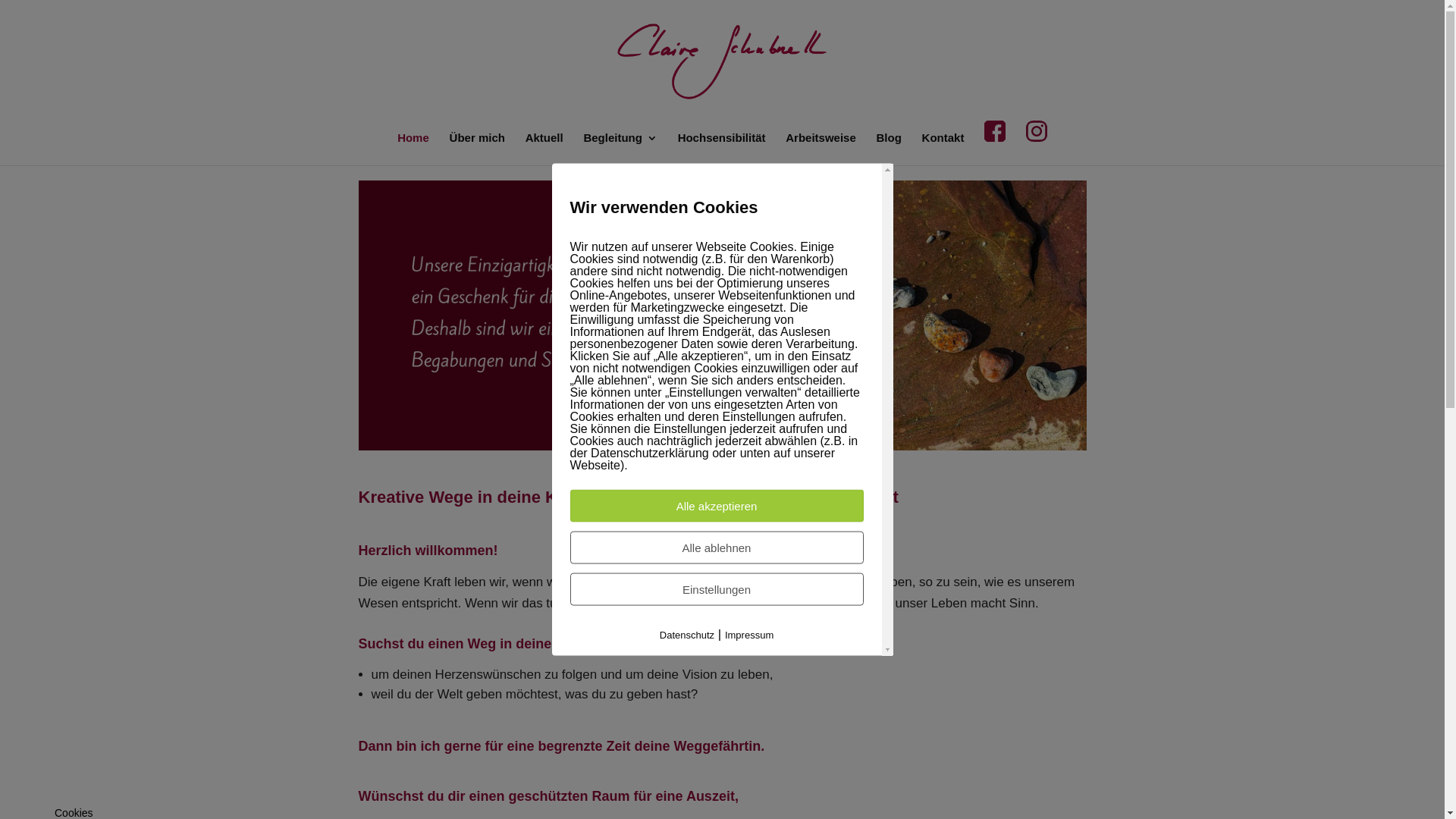  I want to click on 'Einstellungen', so click(716, 588).